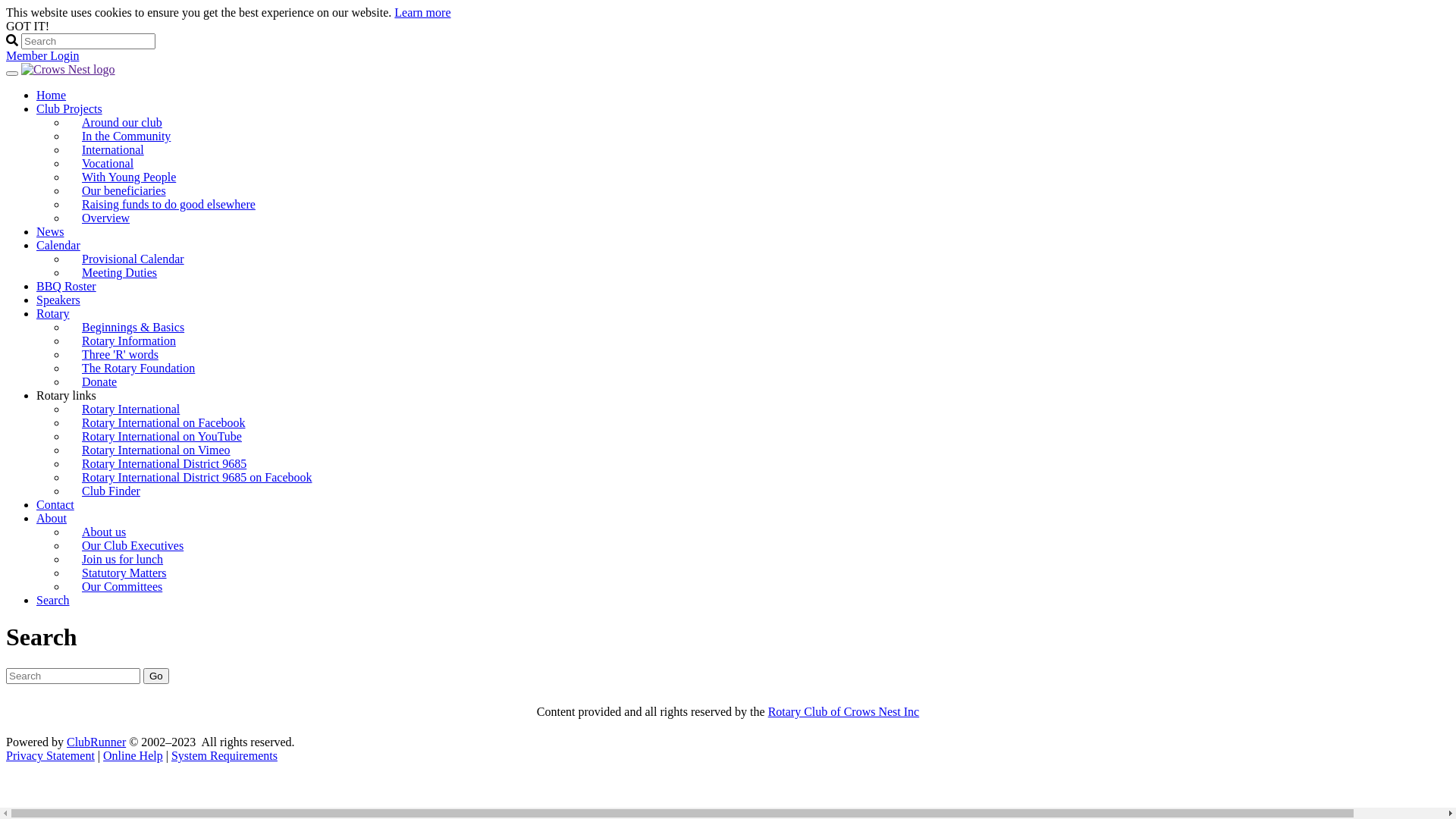 Image resolution: width=1456 pixels, height=819 pixels. I want to click on 'Provisional Calendar', so click(65, 258).